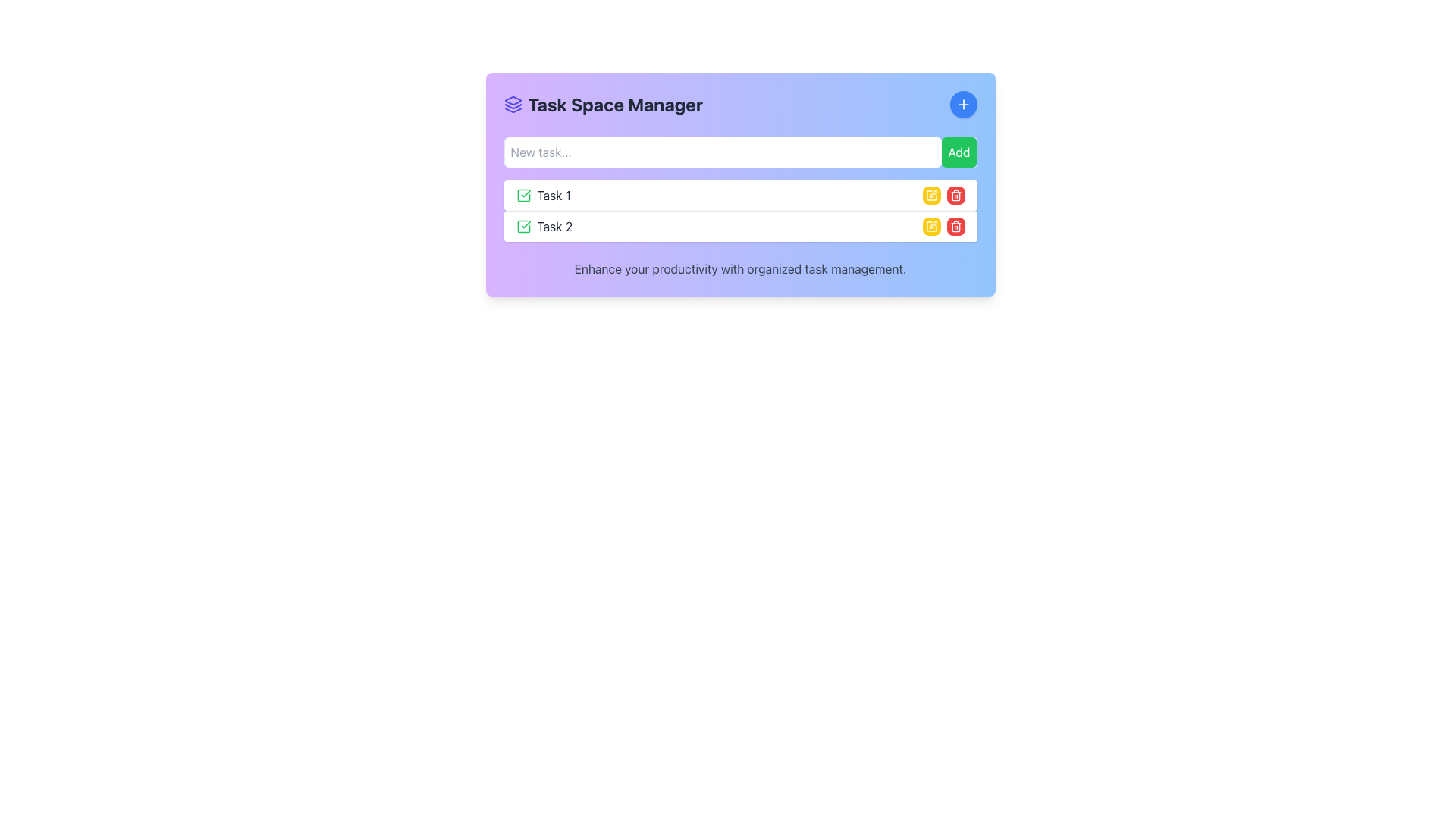  I want to click on the edit icon button located to the right of the second task entry in the task list to modify task details, so click(930, 195).